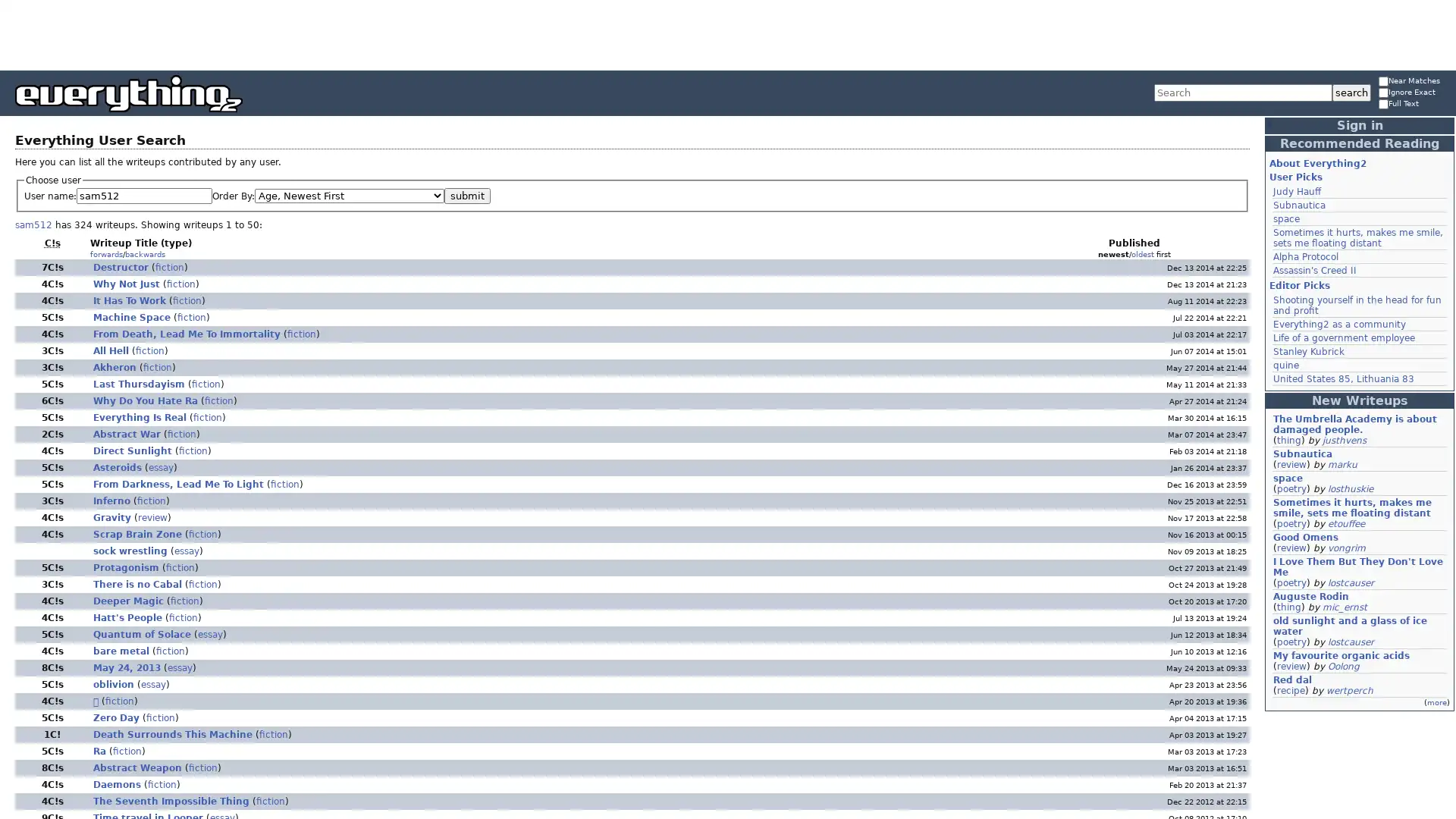  Describe the element at coordinates (1351, 93) in the screenshot. I see `search` at that location.